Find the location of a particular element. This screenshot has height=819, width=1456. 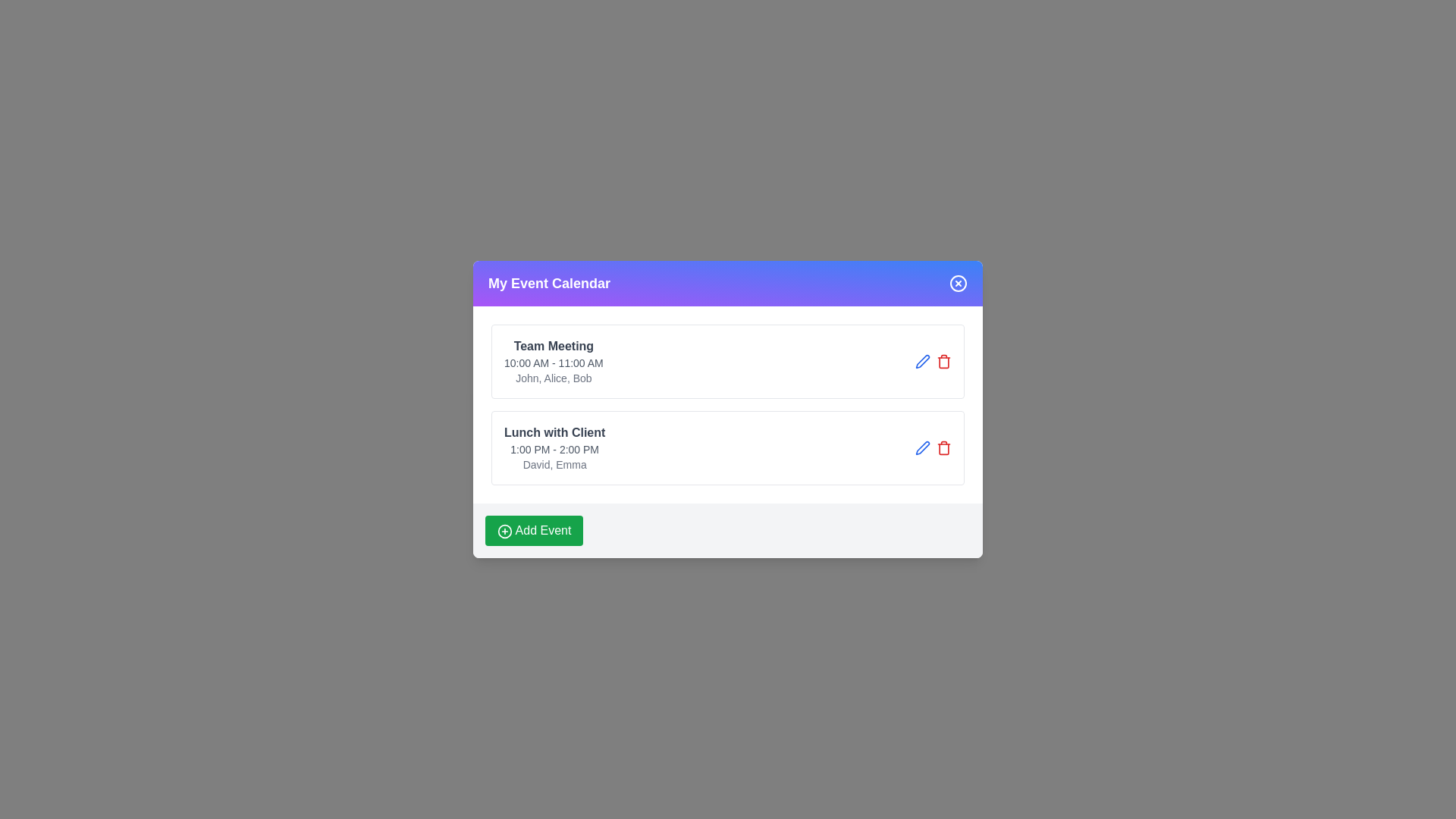

the slender, circular green icon with a '+' sign located to the left of the 'Add Event' button at the bottom-center of the modal window is located at coordinates (505, 529).